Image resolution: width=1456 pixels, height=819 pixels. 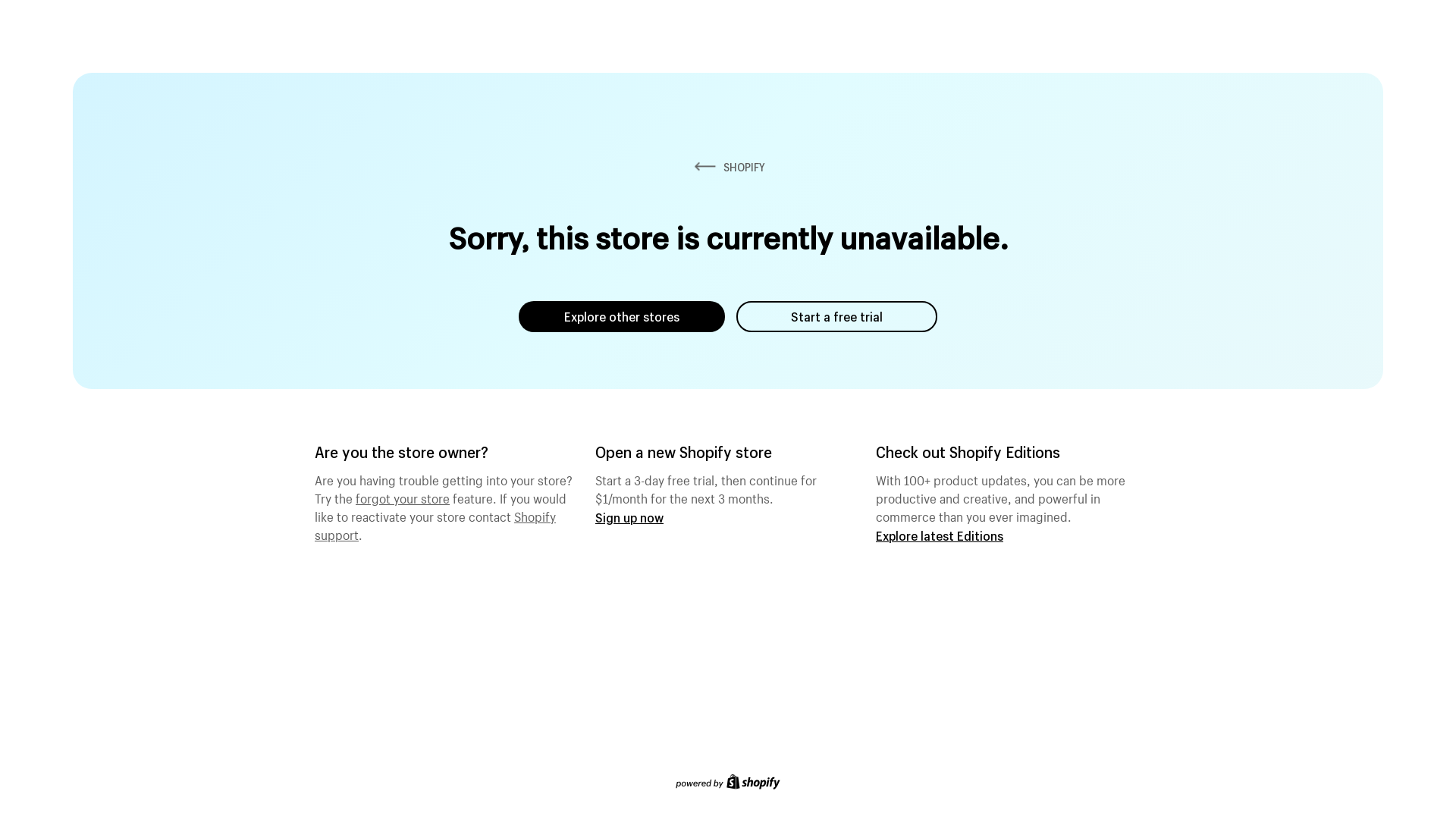 What do you see at coordinates (403, 497) in the screenshot?
I see `'forgot your store'` at bounding box center [403, 497].